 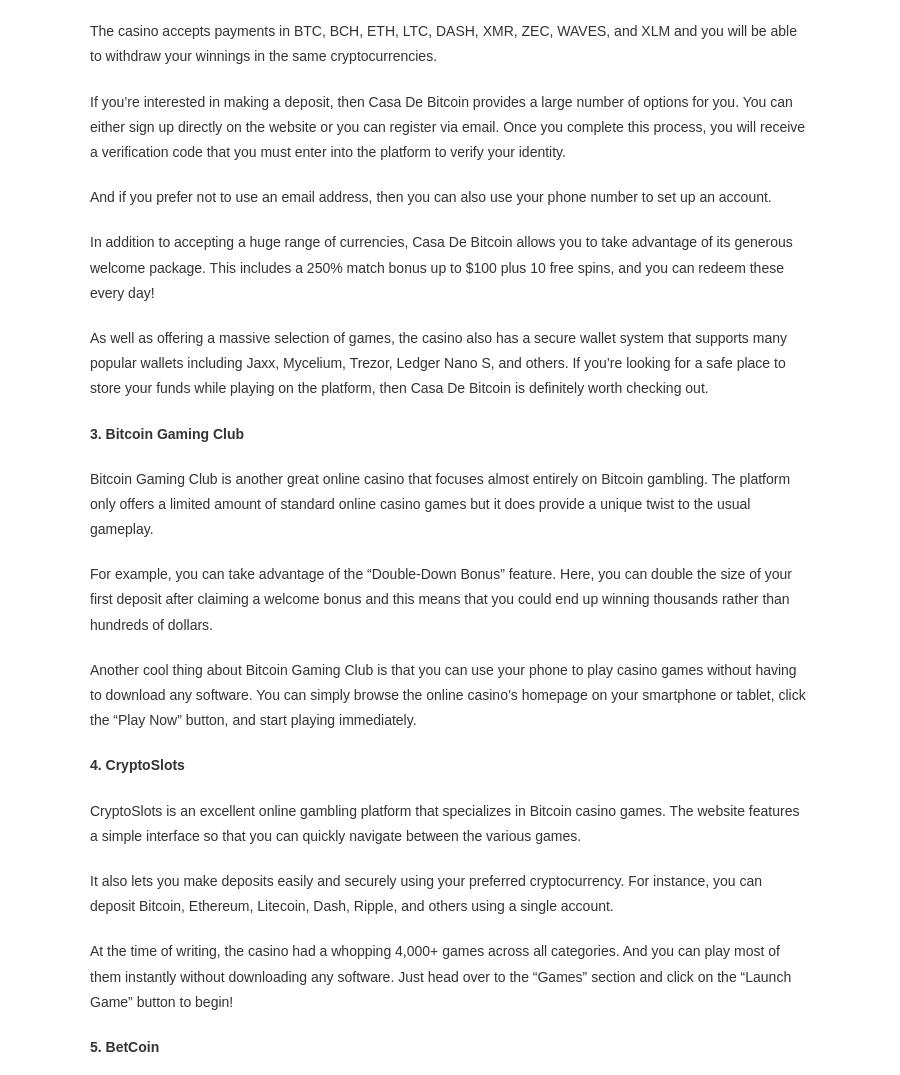 I want to click on 'As well as offering a massive selection of games, the casino also has a secure wallet system that supports many popular wallets including Jaxx, Mycelium, Trezor, Ledger Nano S, and others. If you’re looking for a safe place to store your funds while playing on the platform, then Casa De Bitcoin is definitely worth checking out.', so click(x=438, y=362).